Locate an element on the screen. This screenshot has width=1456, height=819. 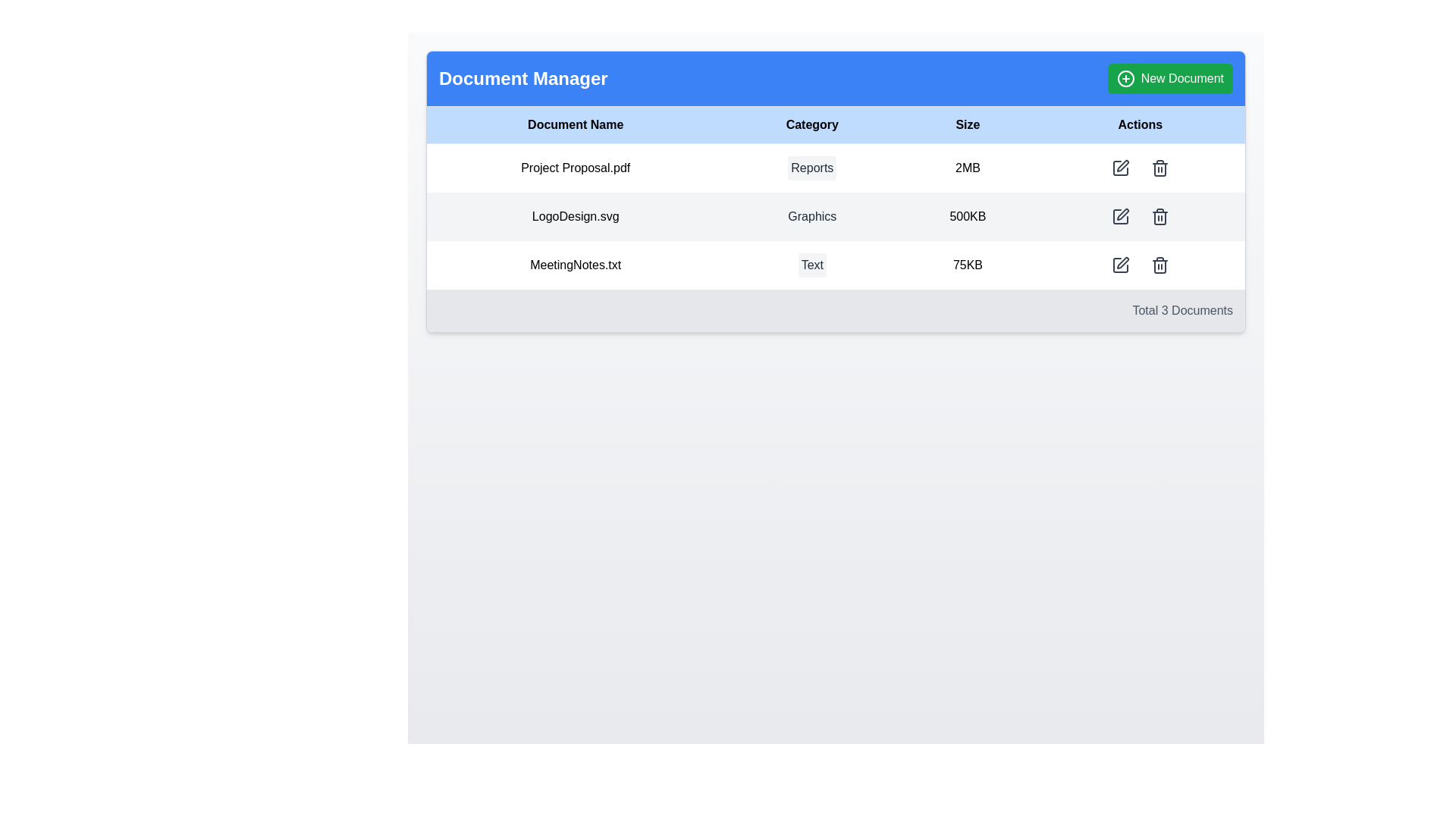
the pen-shaped icon button in the Actions column for the 'LogoDesign.svg' document is located at coordinates (1122, 214).